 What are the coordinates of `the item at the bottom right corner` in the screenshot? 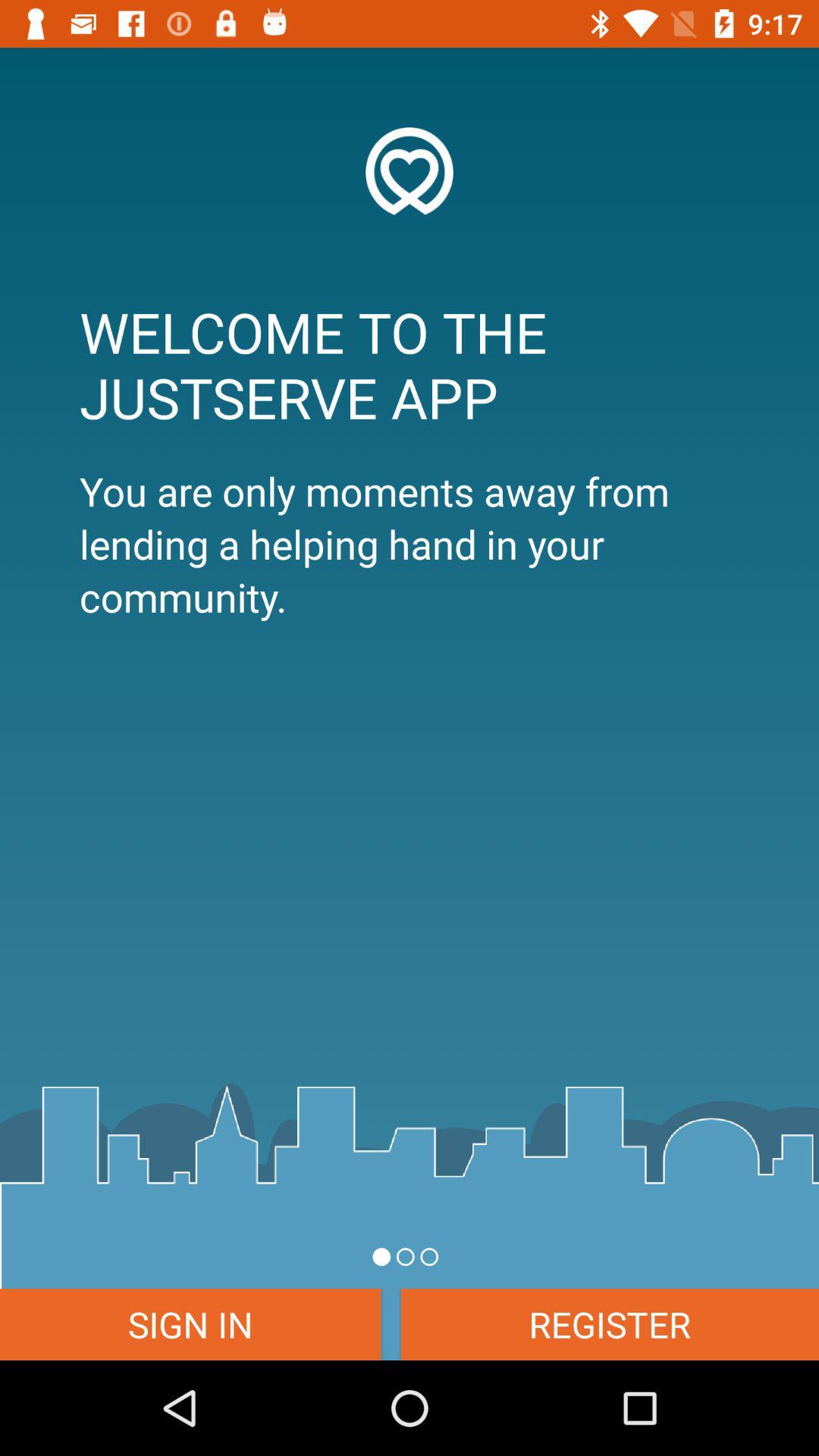 It's located at (609, 1323).